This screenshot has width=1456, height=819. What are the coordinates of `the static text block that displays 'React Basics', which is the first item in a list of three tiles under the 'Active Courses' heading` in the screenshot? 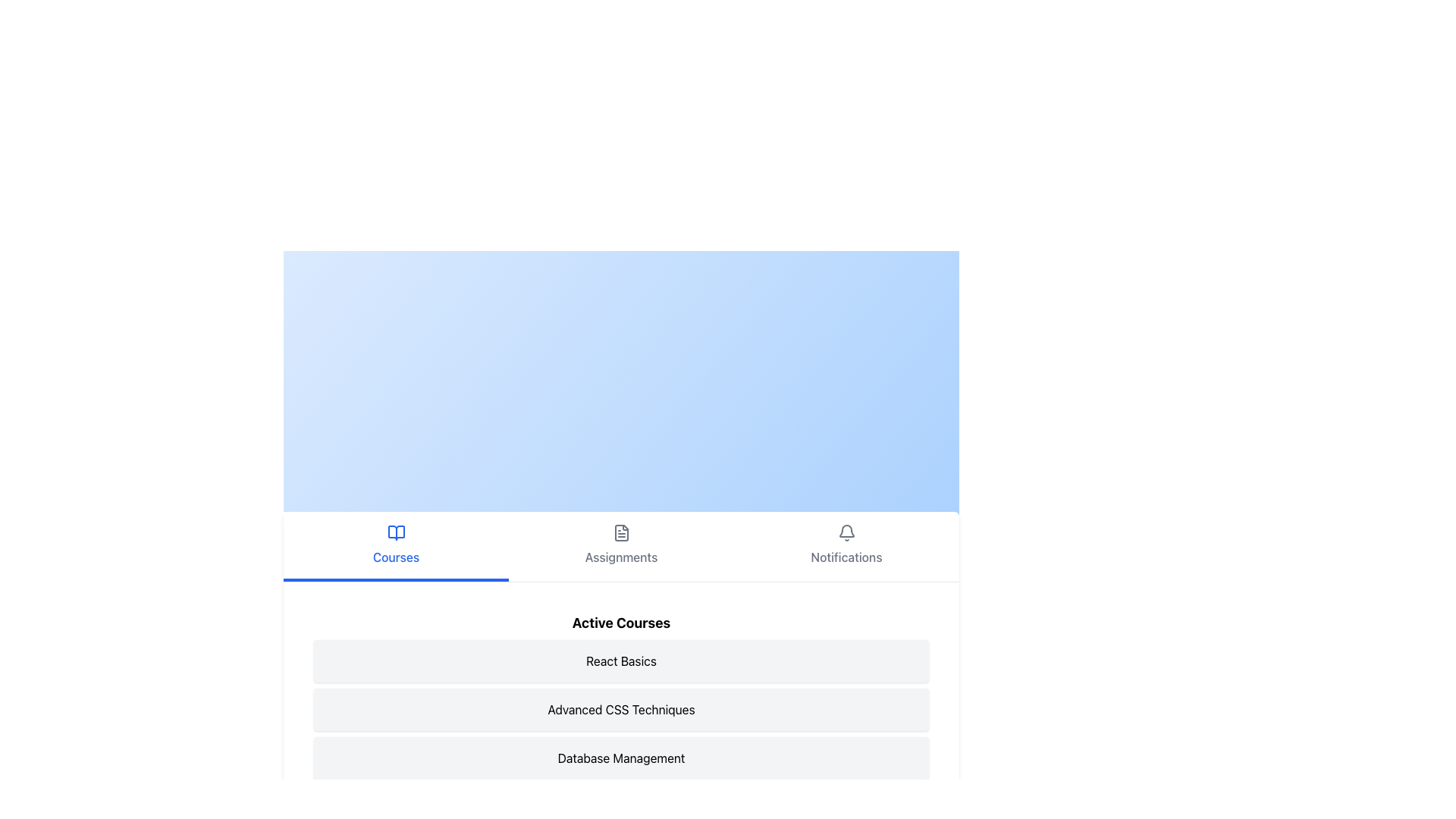 It's located at (621, 660).